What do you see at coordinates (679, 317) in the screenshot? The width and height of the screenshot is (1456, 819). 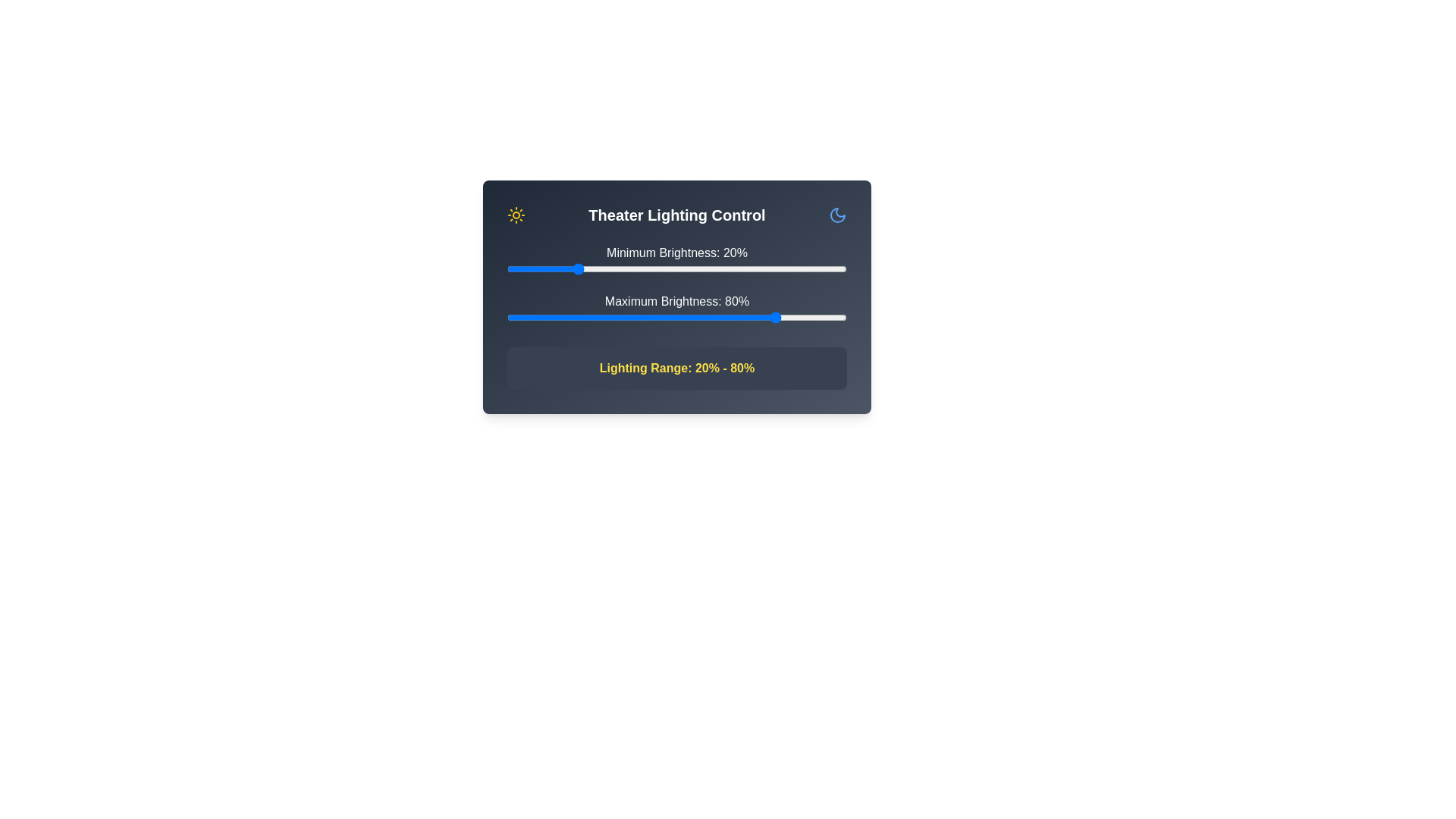 I see `the maximum brightness slider to 51%` at bounding box center [679, 317].